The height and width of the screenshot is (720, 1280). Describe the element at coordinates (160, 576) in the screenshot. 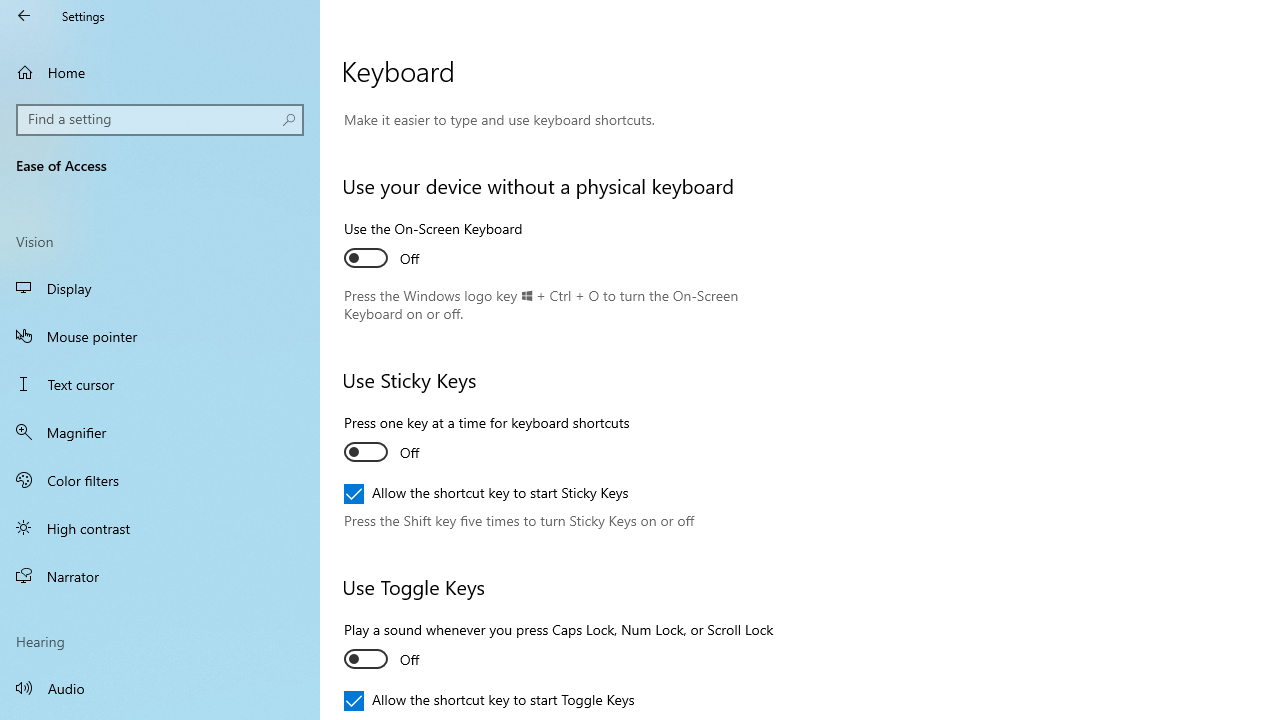

I see `'Narrator'` at that location.